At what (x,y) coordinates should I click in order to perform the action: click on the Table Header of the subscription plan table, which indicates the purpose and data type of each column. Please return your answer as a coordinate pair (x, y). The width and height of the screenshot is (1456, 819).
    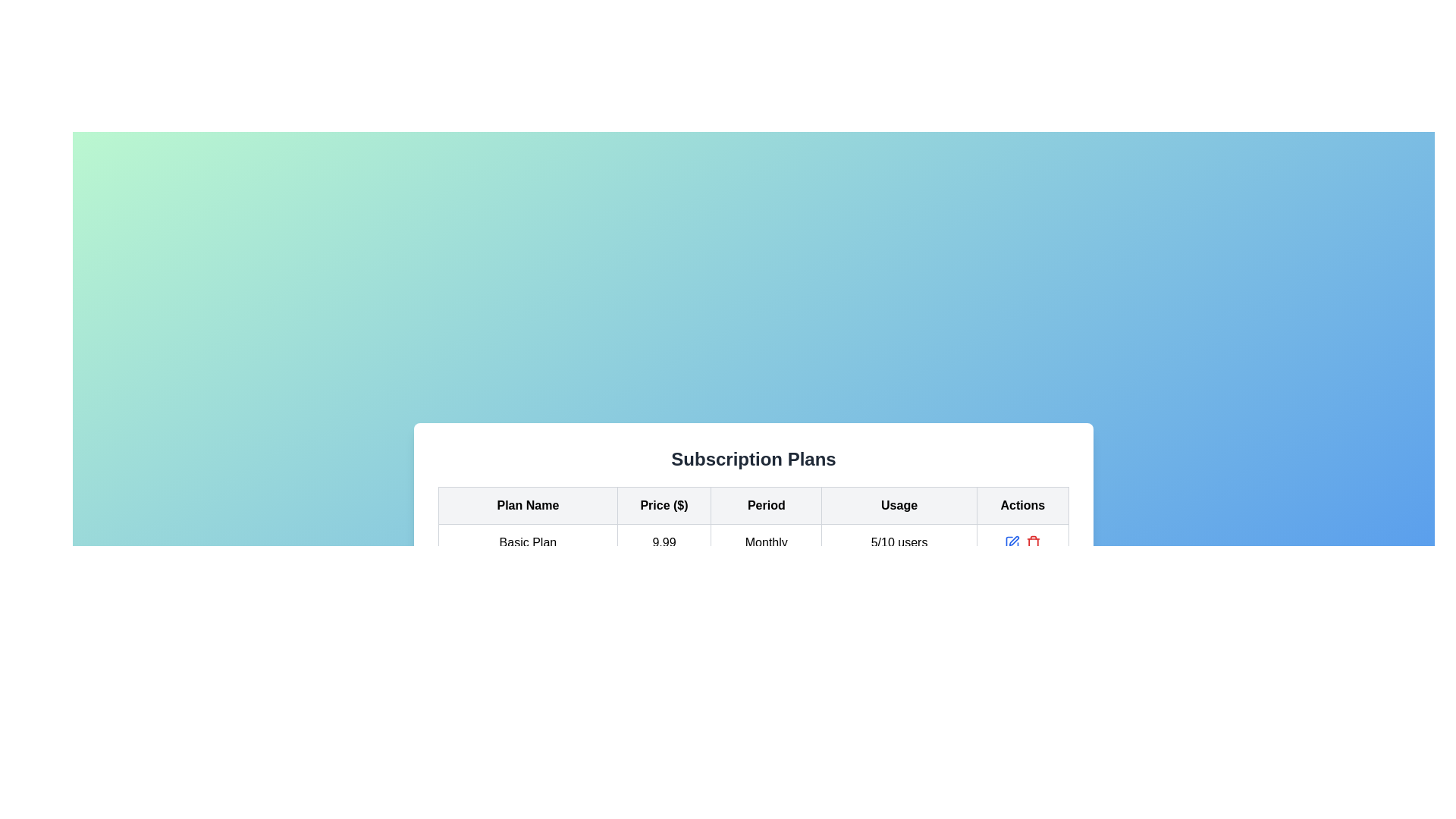
    Looking at the image, I should click on (753, 505).